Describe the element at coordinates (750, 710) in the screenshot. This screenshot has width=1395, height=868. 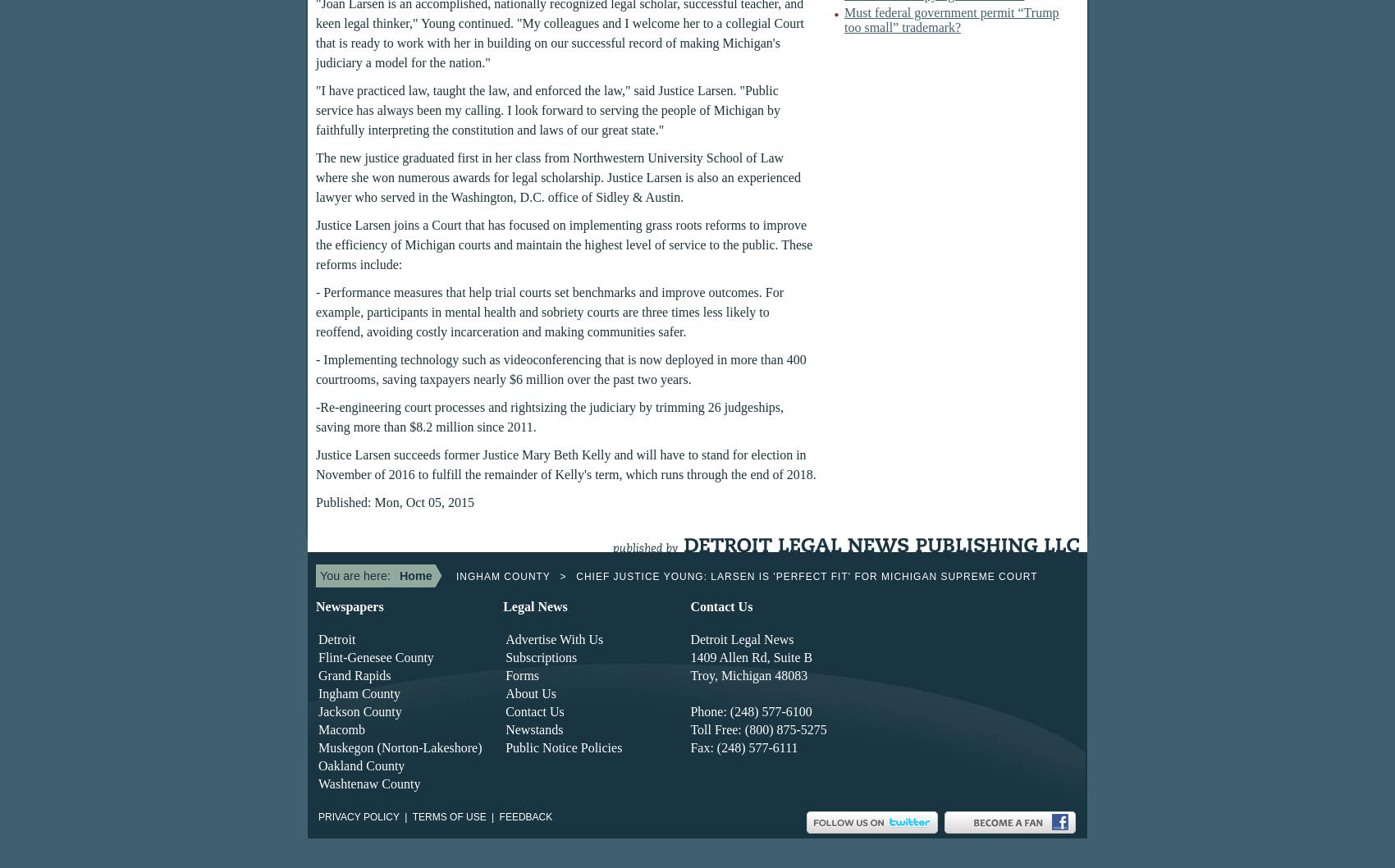
I see `'Phone: (248) 577-6100'` at that location.